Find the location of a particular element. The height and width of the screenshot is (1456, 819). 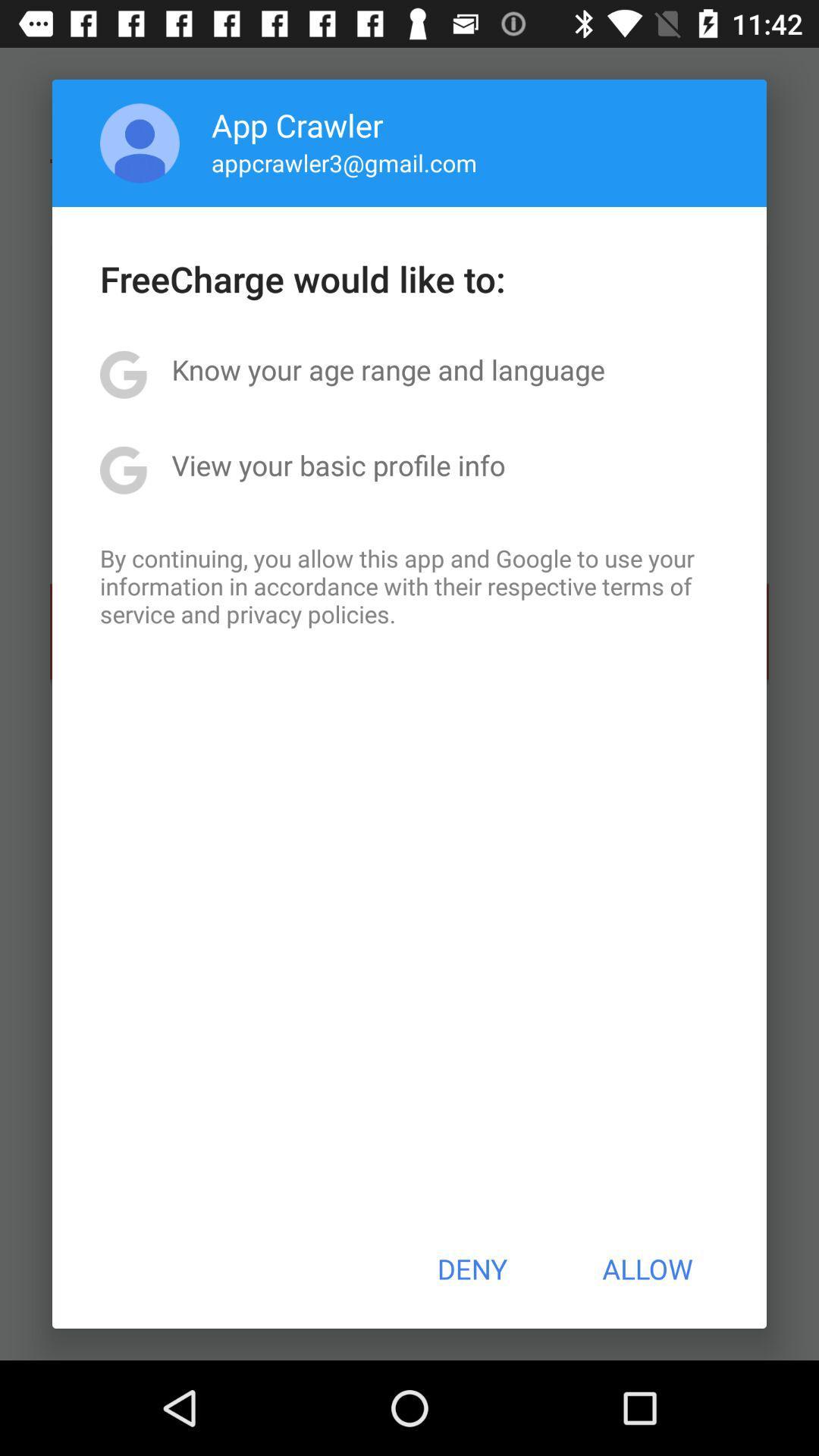

appcrawler3@gmail.com app is located at coordinates (344, 162).